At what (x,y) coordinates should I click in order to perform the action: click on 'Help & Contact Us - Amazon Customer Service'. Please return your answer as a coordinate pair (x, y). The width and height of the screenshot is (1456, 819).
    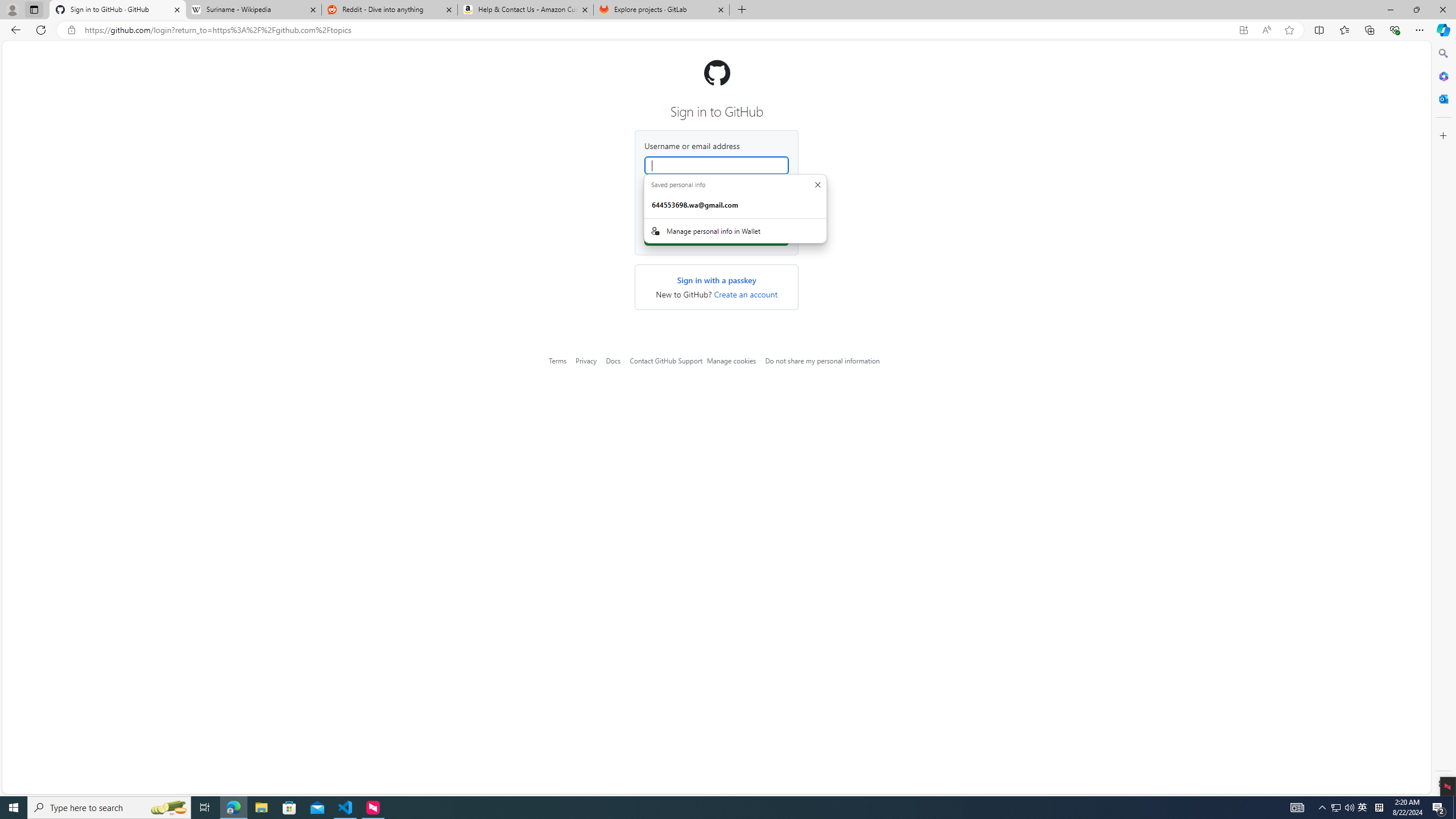
    Looking at the image, I should click on (526, 9).